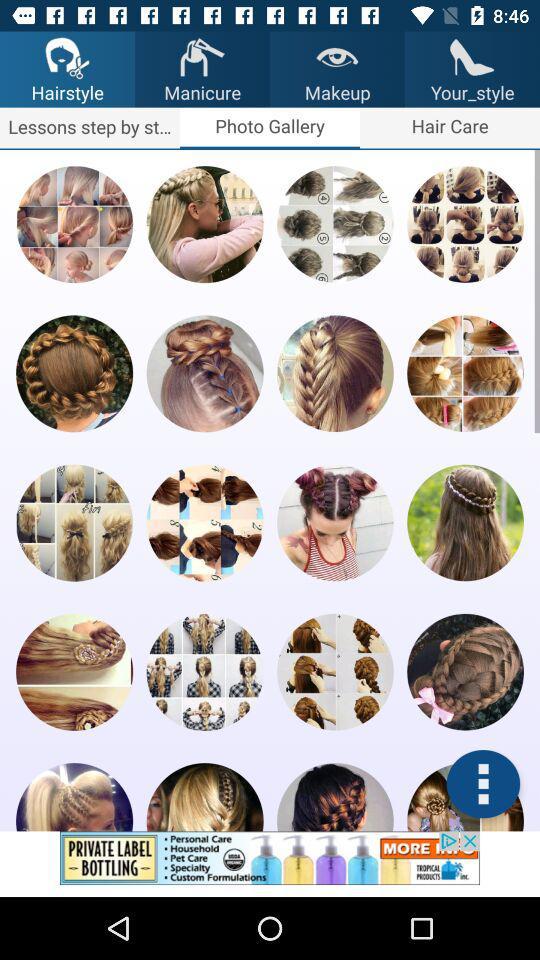 This screenshot has width=540, height=960. I want to click on open this image, so click(73, 672).